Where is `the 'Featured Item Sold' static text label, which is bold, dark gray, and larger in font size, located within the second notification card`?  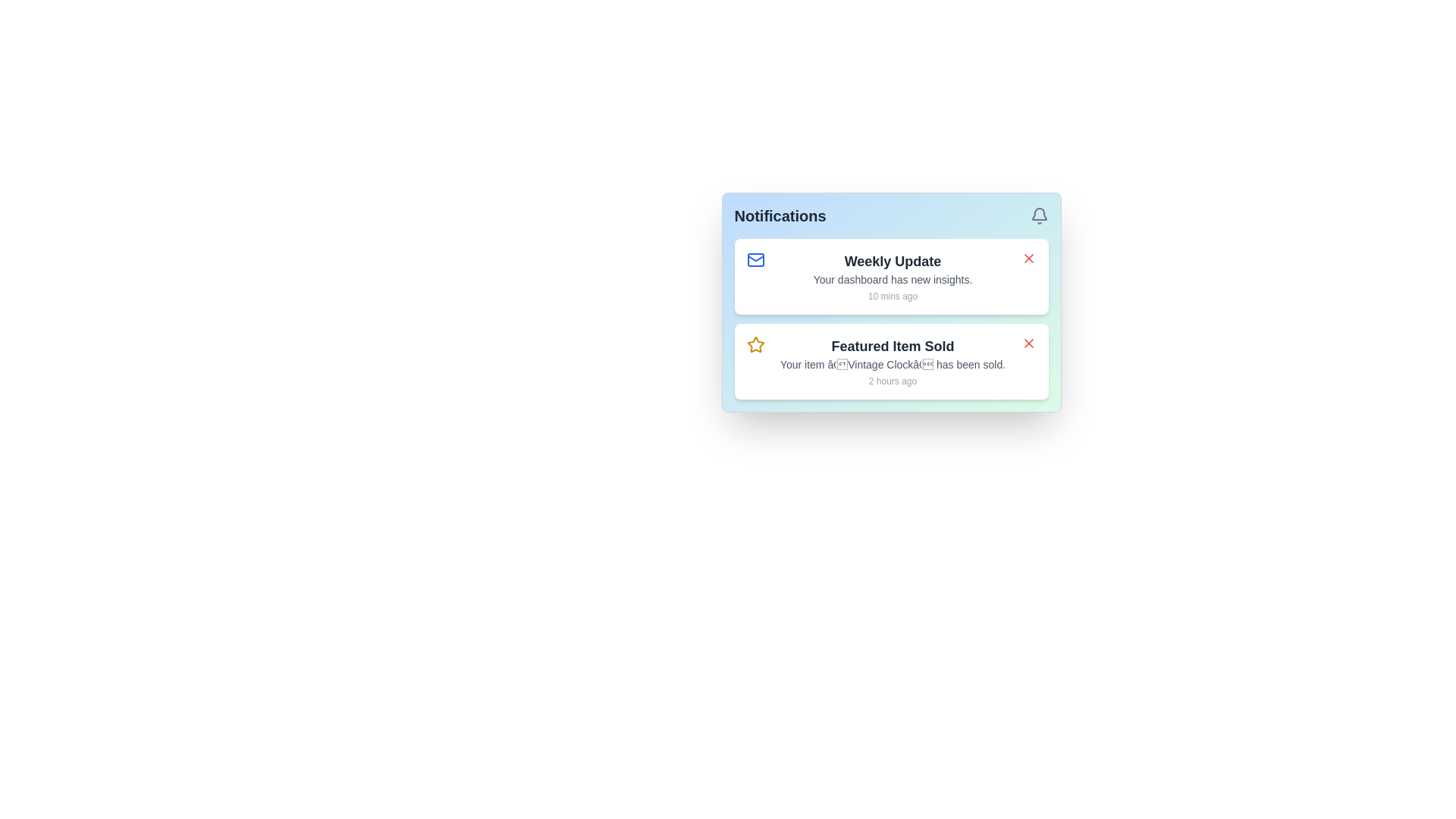 the 'Featured Item Sold' static text label, which is bold, dark gray, and larger in font size, located within the second notification card is located at coordinates (893, 346).